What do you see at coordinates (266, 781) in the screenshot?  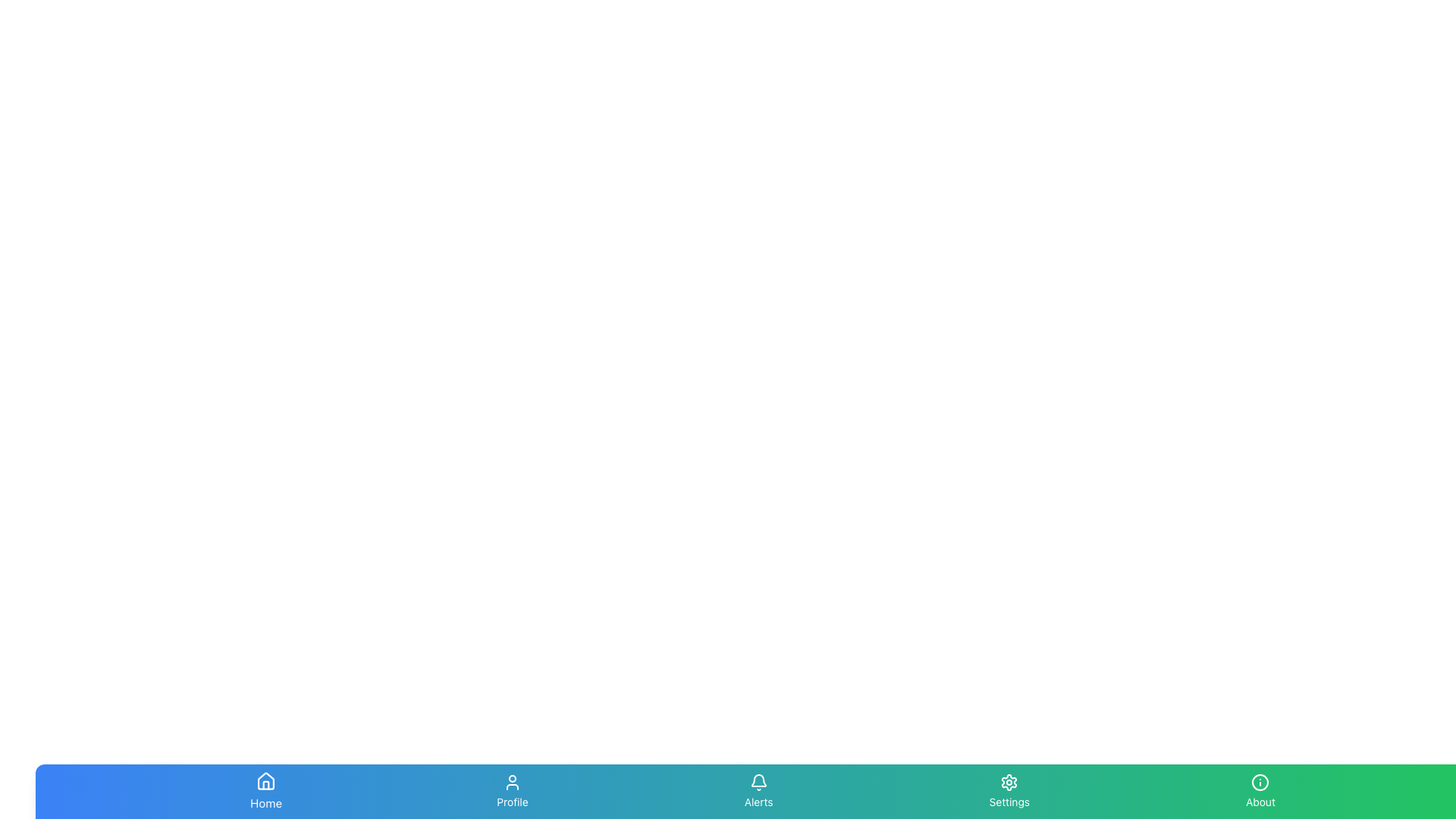 I see `the 'Home' icon in the bottom navigation bar` at bounding box center [266, 781].